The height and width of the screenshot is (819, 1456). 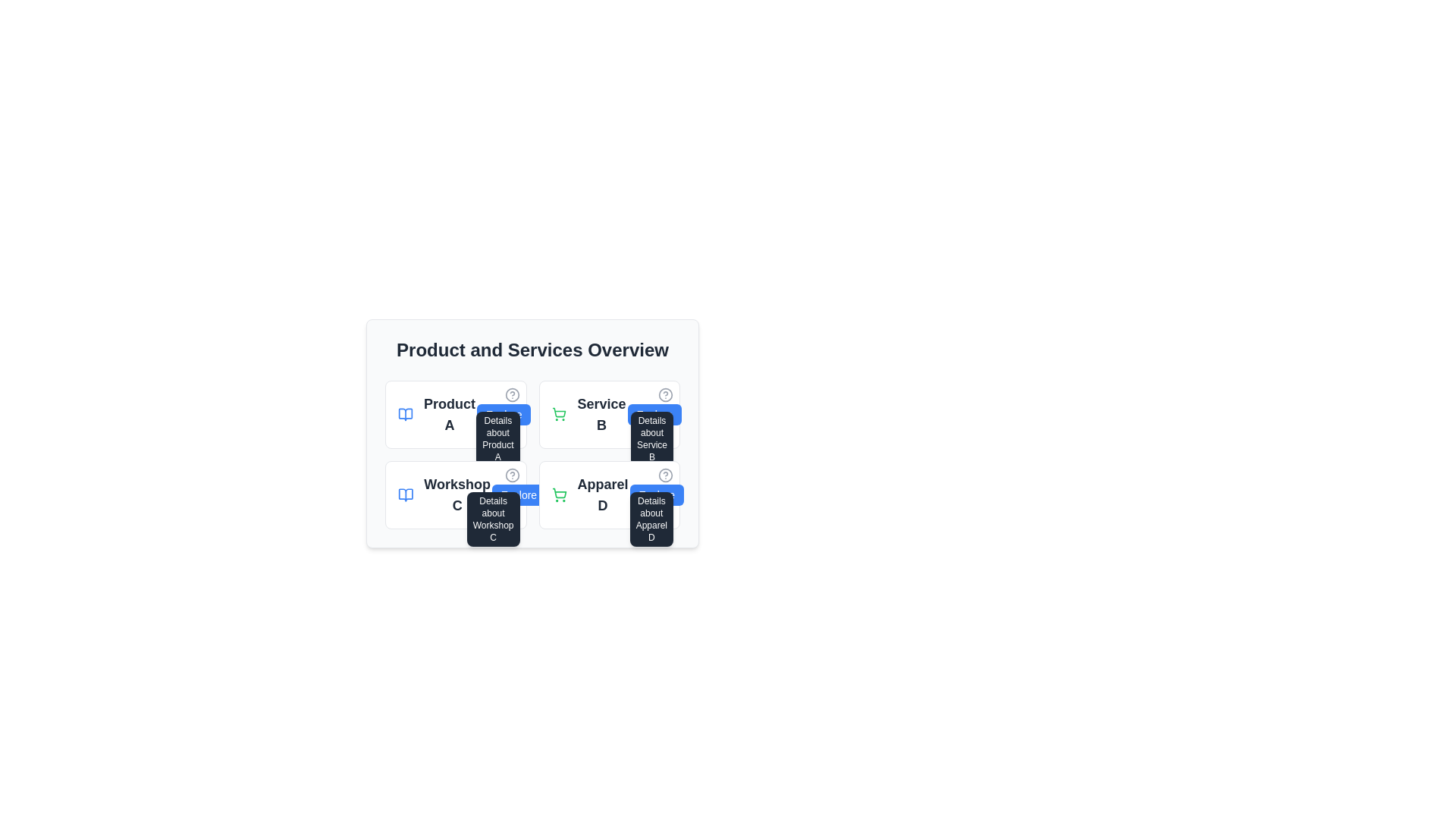 What do you see at coordinates (449, 415) in the screenshot?
I see `text label 'Product A' which is positioned at the top-left of the product grid, next to an open book icon` at bounding box center [449, 415].